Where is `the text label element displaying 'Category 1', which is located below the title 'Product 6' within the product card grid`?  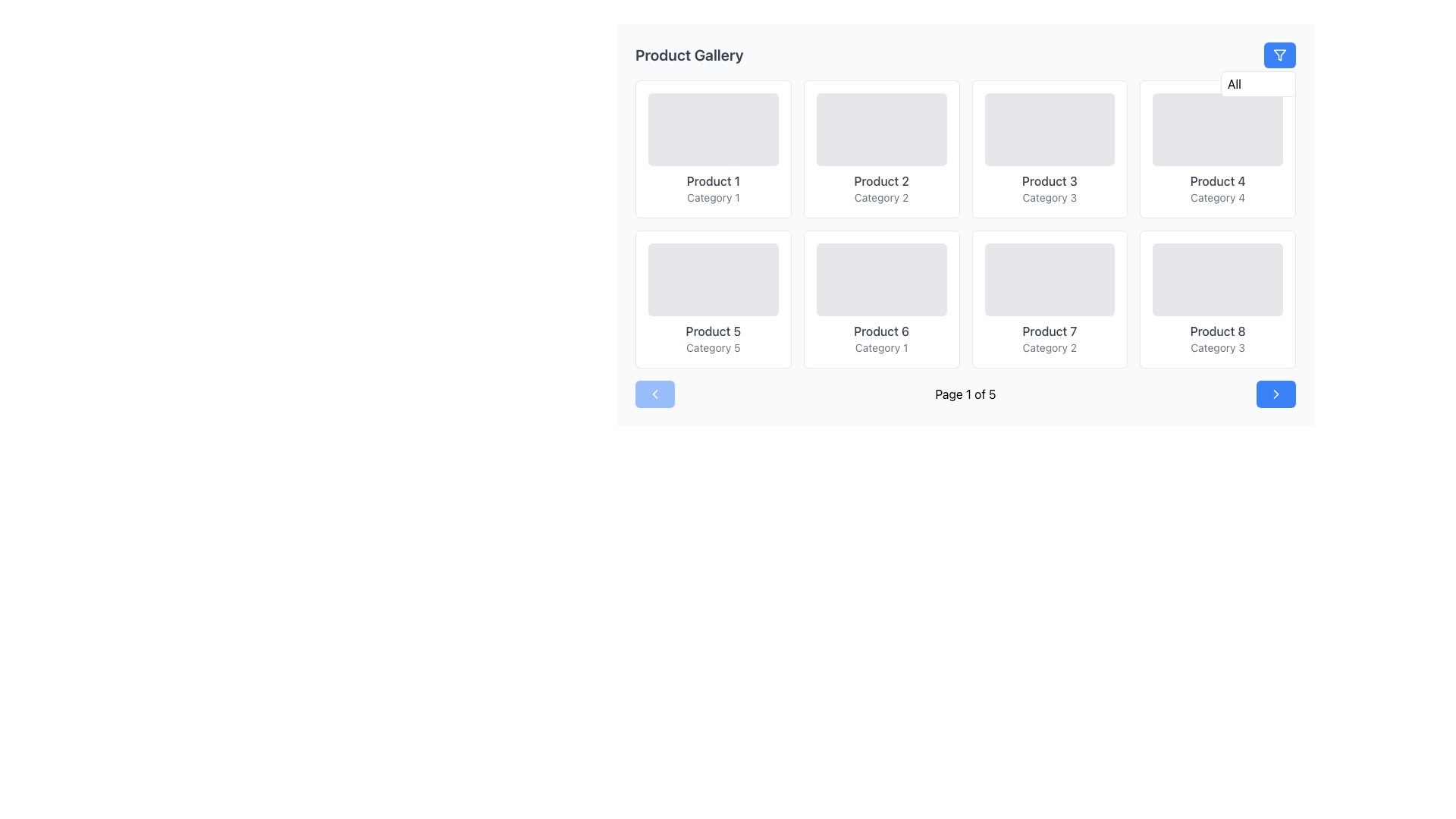 the text label element displaying 'Category 1', which is located below the title 'Product 6' within the product card grid is located at coordinates (881, 348).